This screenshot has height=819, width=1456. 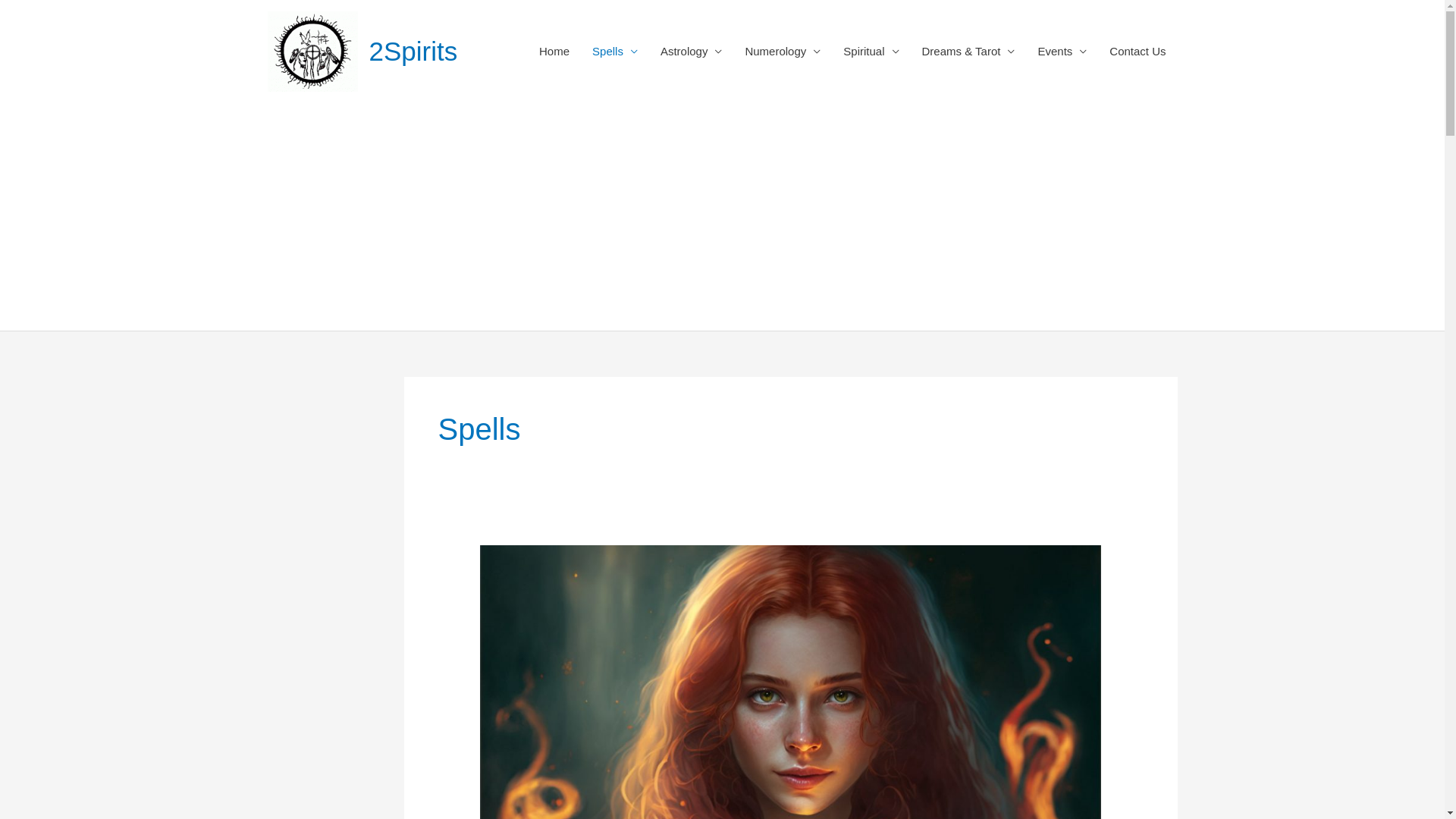 What do you see at coordinates (1061, 51) in the screenshot?
I see `'Events'` at bounding box center [1061, 51].